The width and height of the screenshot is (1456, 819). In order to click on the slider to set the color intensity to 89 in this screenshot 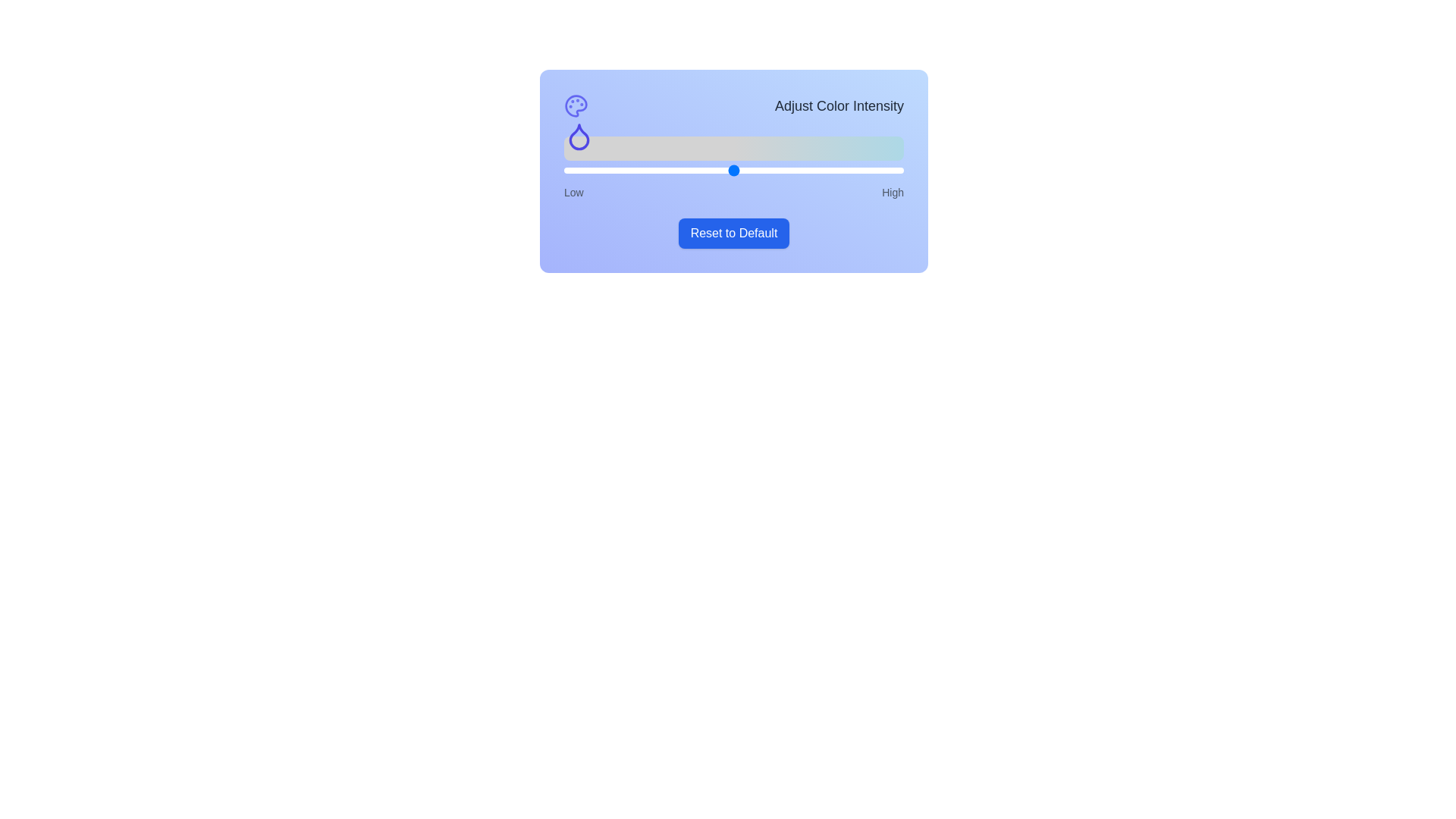, I will do `click(866, 170)`.